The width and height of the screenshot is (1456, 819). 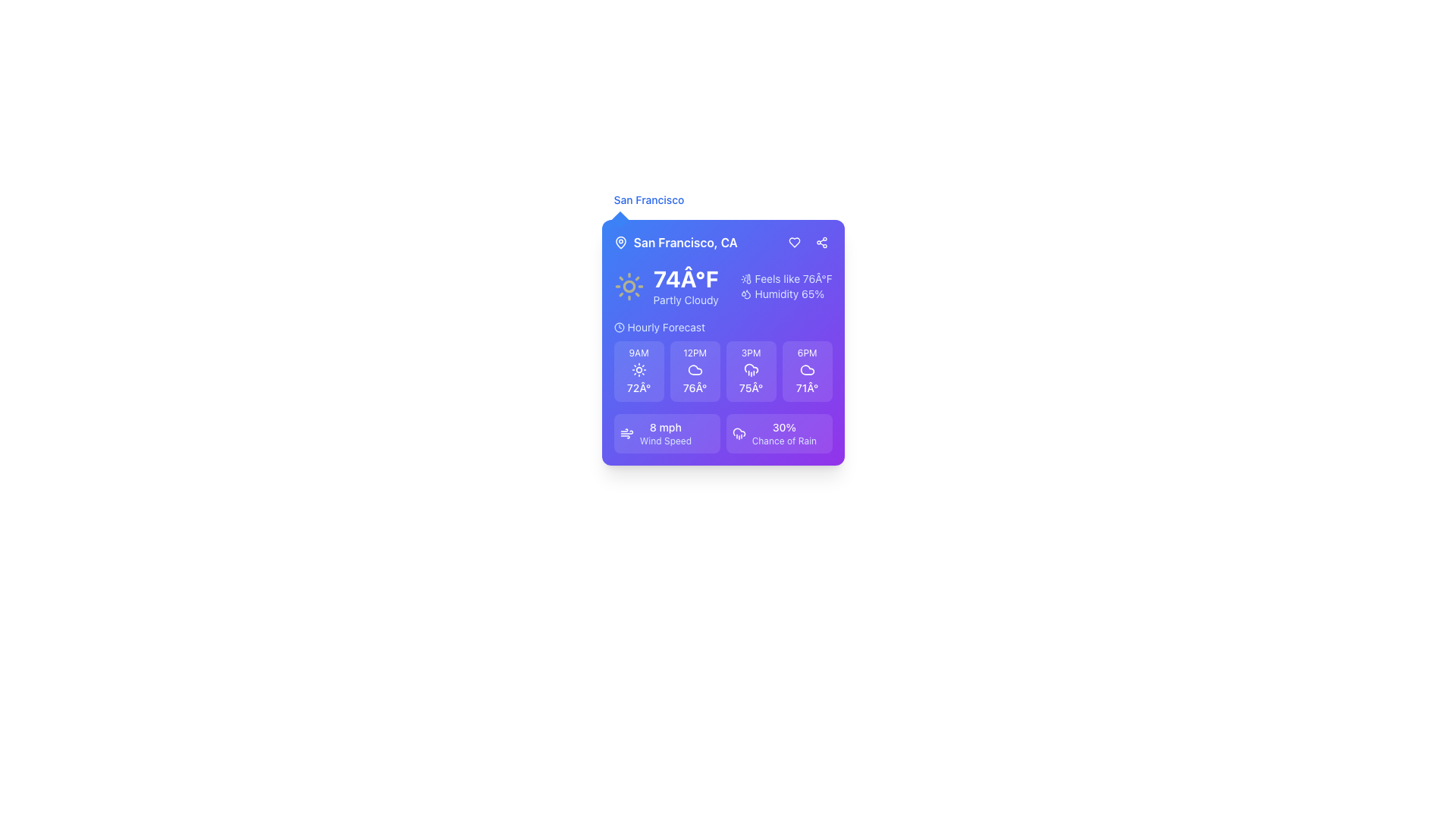 What do you see at coordinates (685, 287) in the screenshot?
I see `the temperature and weather condition display located centrally within the weather card interface` at bounding box center [685, 287].